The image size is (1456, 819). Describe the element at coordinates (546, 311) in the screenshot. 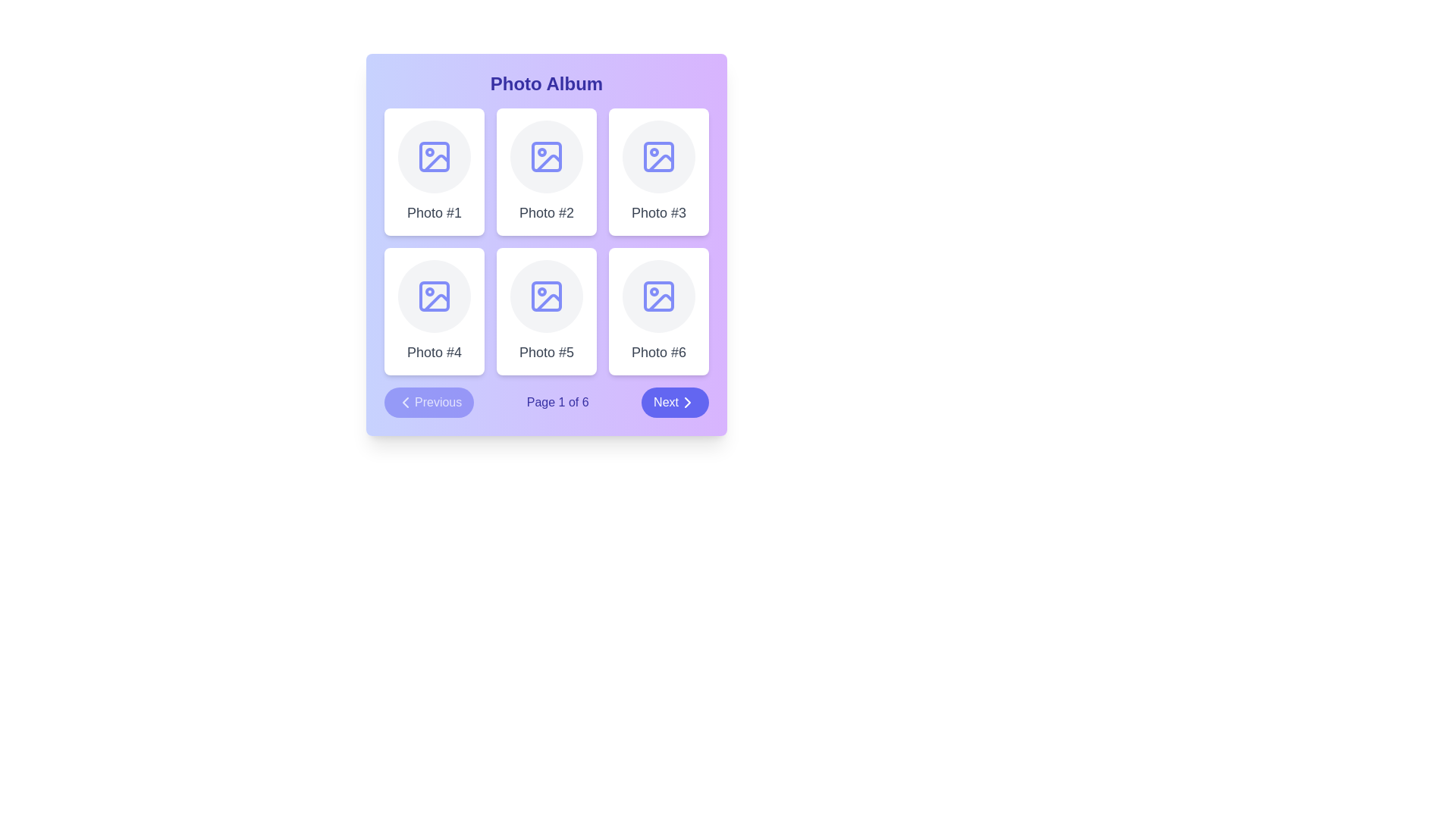

I see `the photo card located in the second row, second column of the 'Photo Album' grid` at that location.